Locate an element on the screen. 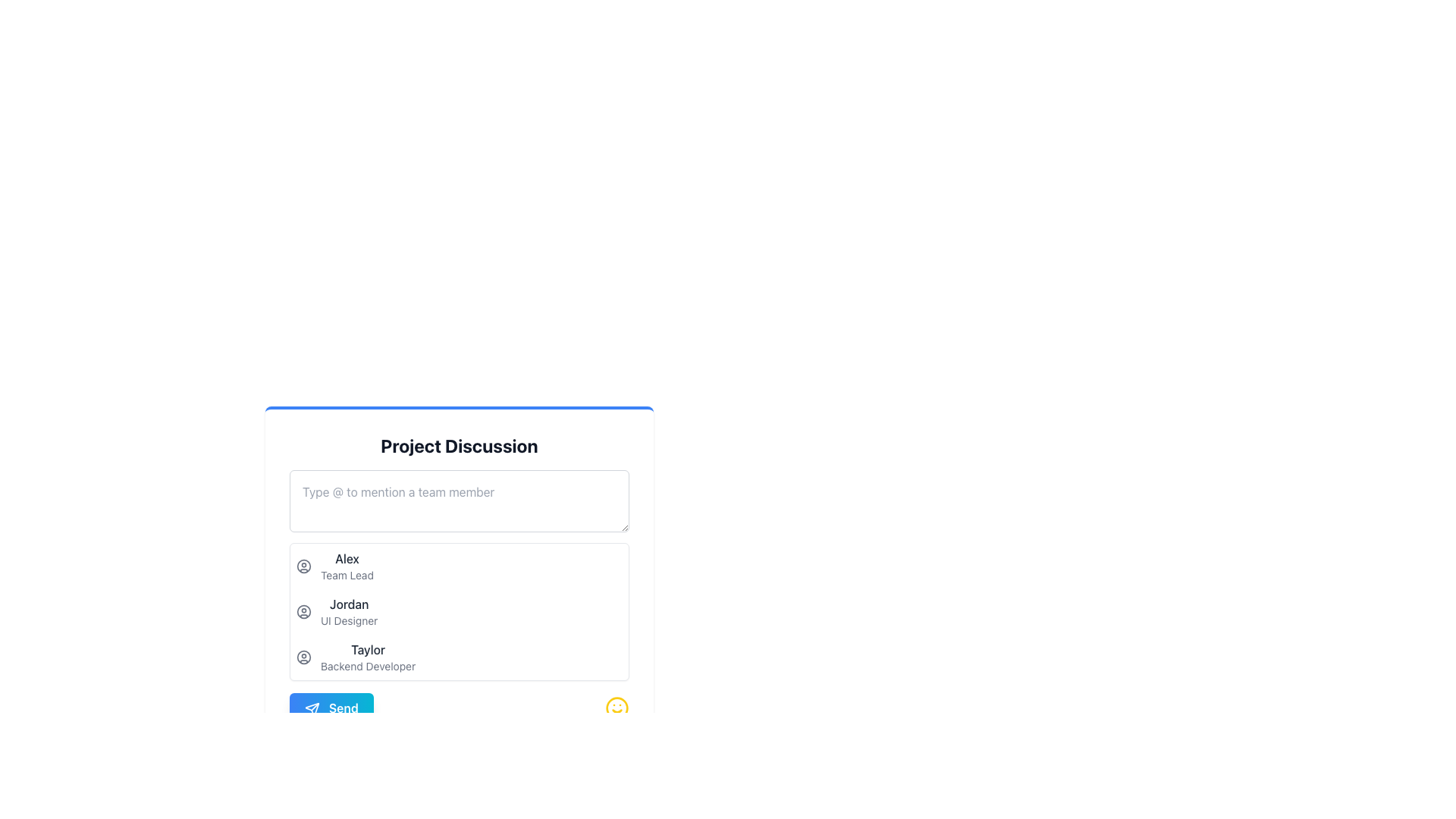 The height and width of the screenshot is (819, 1456). the leftmost SVG icon representing a user in the user card for 'Alex Team Lead' is located at coordinates (303, 566).